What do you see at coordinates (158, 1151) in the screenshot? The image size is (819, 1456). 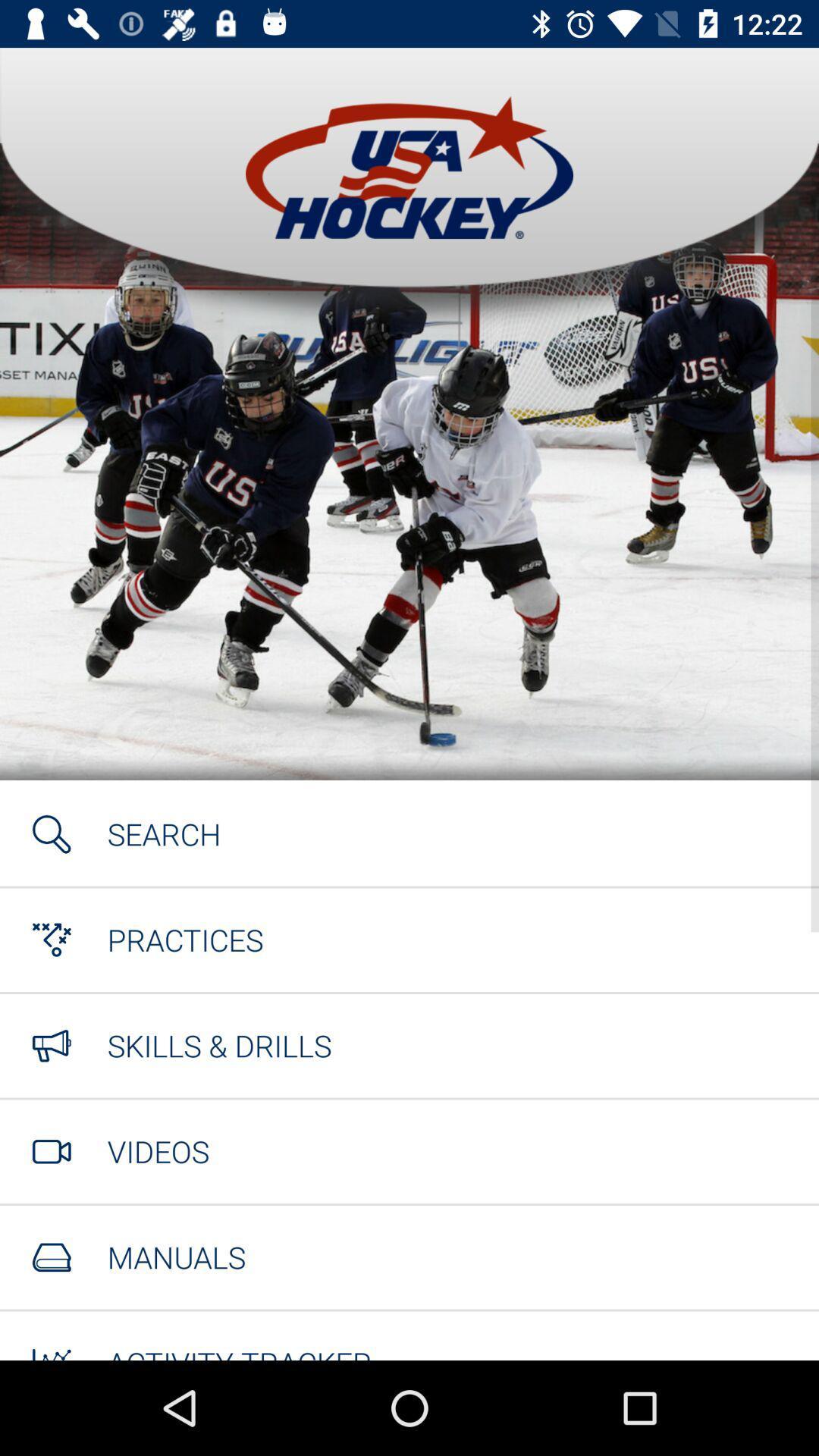 I see `the item above manuals item` at bounding box center [158, 1151].